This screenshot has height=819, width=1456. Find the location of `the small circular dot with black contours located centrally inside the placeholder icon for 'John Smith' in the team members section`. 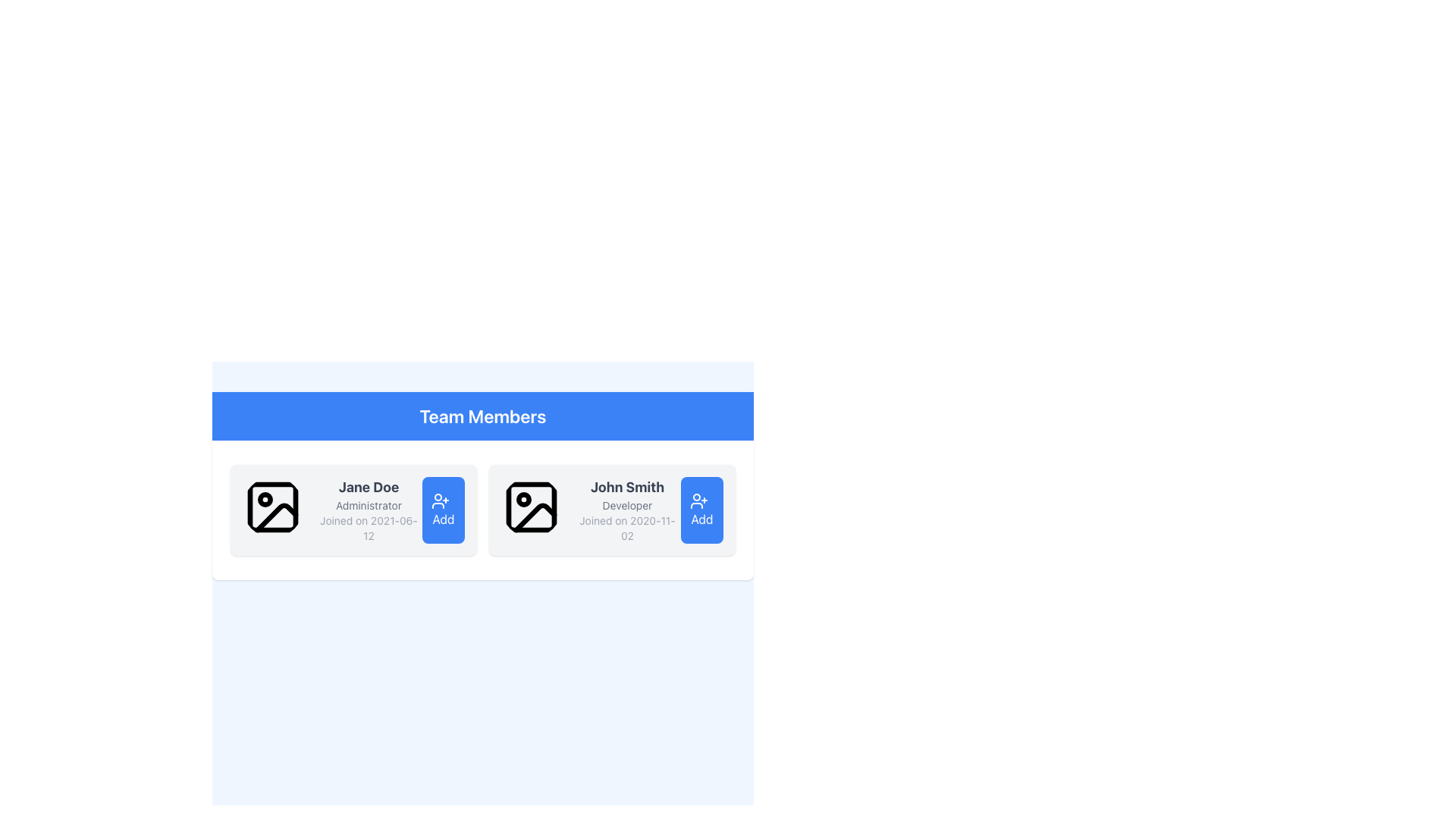

the small circular dot with black contours located centrally inside the placeholder icon for 'John Smith' in the team members section is located at coordinates (524, 500).